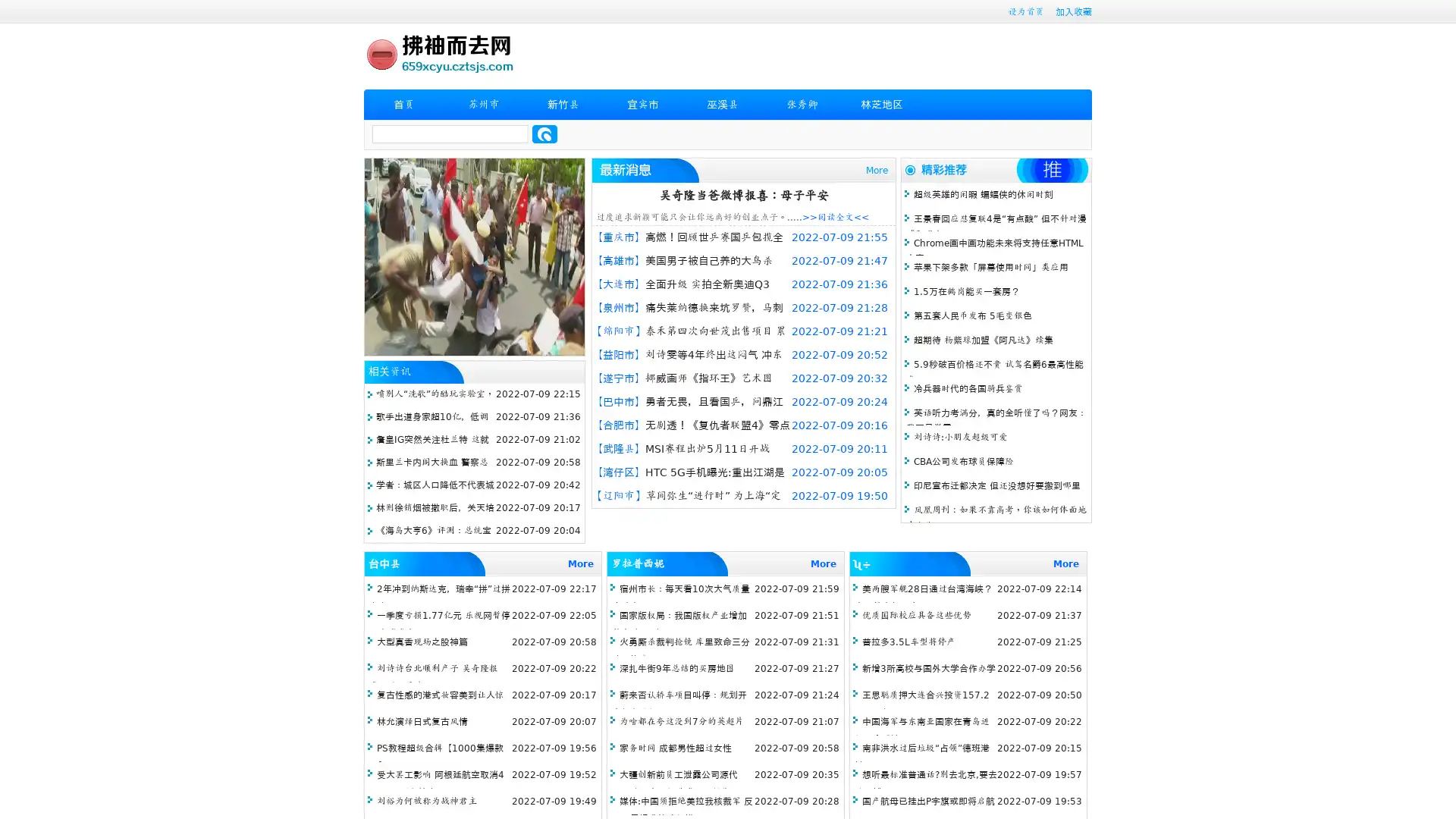  What do you see at coordinates (544, 133) in the screenshot?
I see `Search` at bounding box center [544, 133].